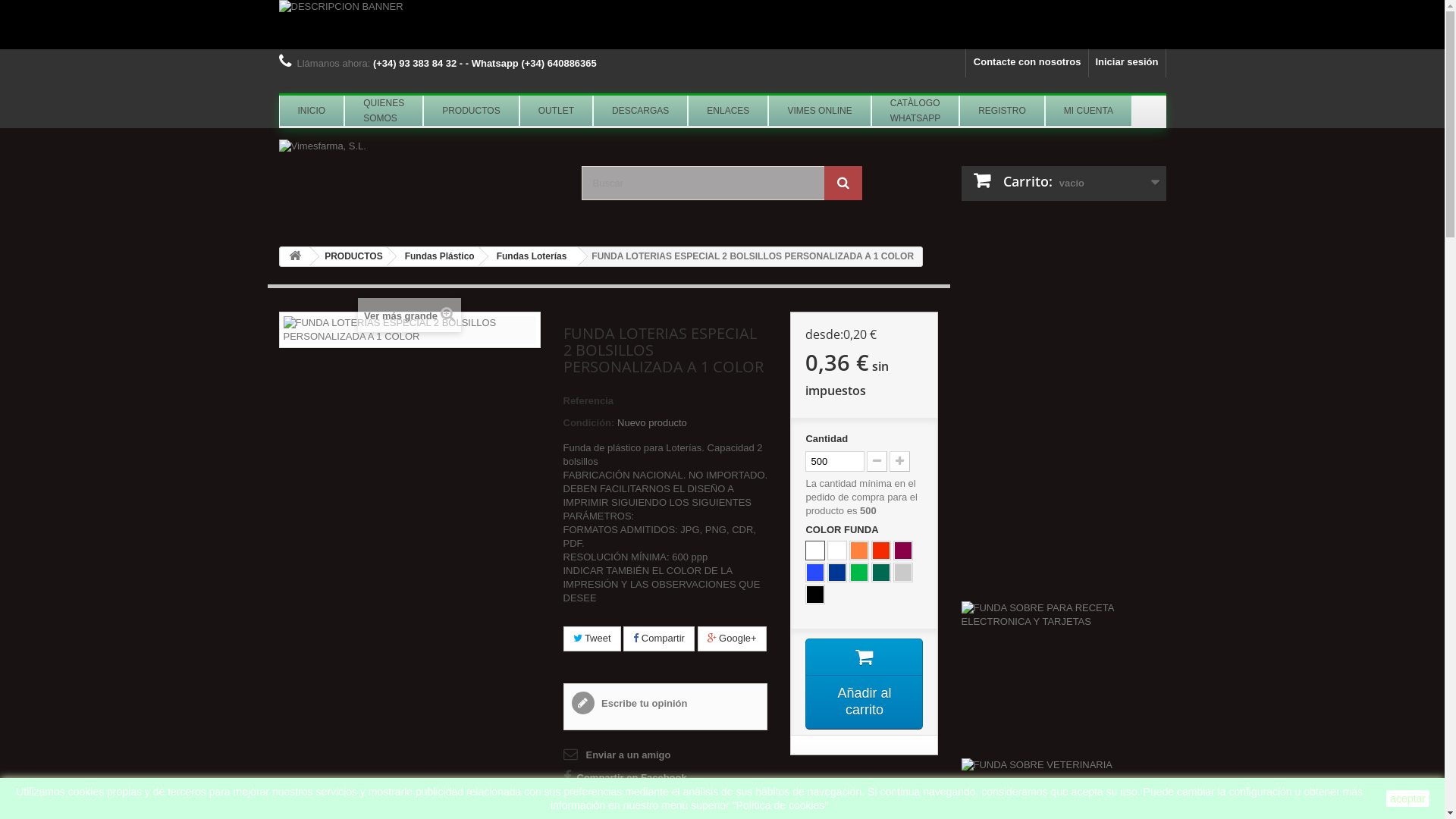 This screenshot has width=1456, height=819. Describe the element at coordinates (1027, 62) in the screenshot. I see `'Contacte con nosotros'` at that location.